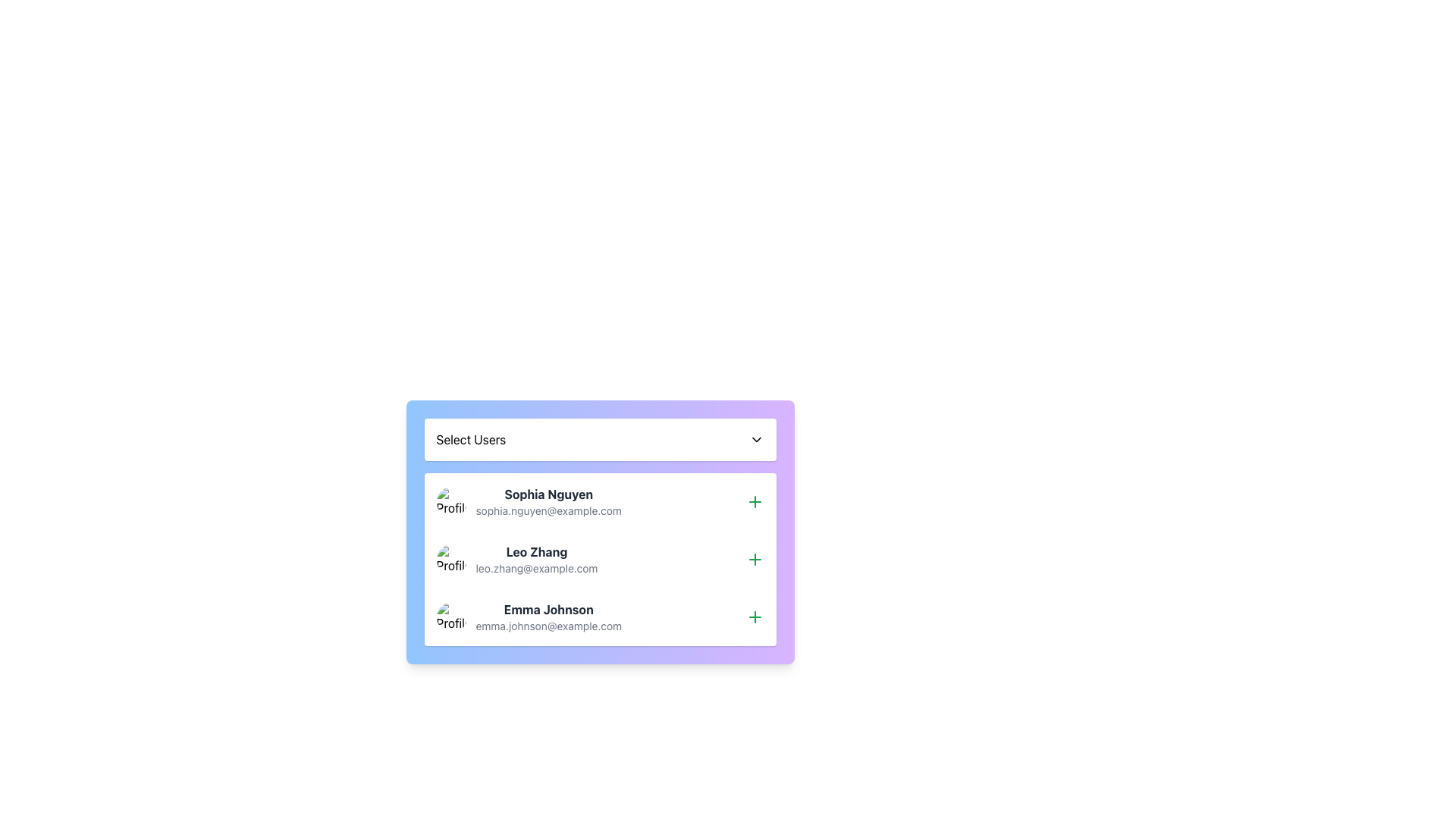 This screenshot has height=819, width=1456. What do you see at coordinates (599, 502) in the screenshot?
I see `the first list item representing a user in the 'Select Users' section to read their name and email details` at bounding box center [599, 502].